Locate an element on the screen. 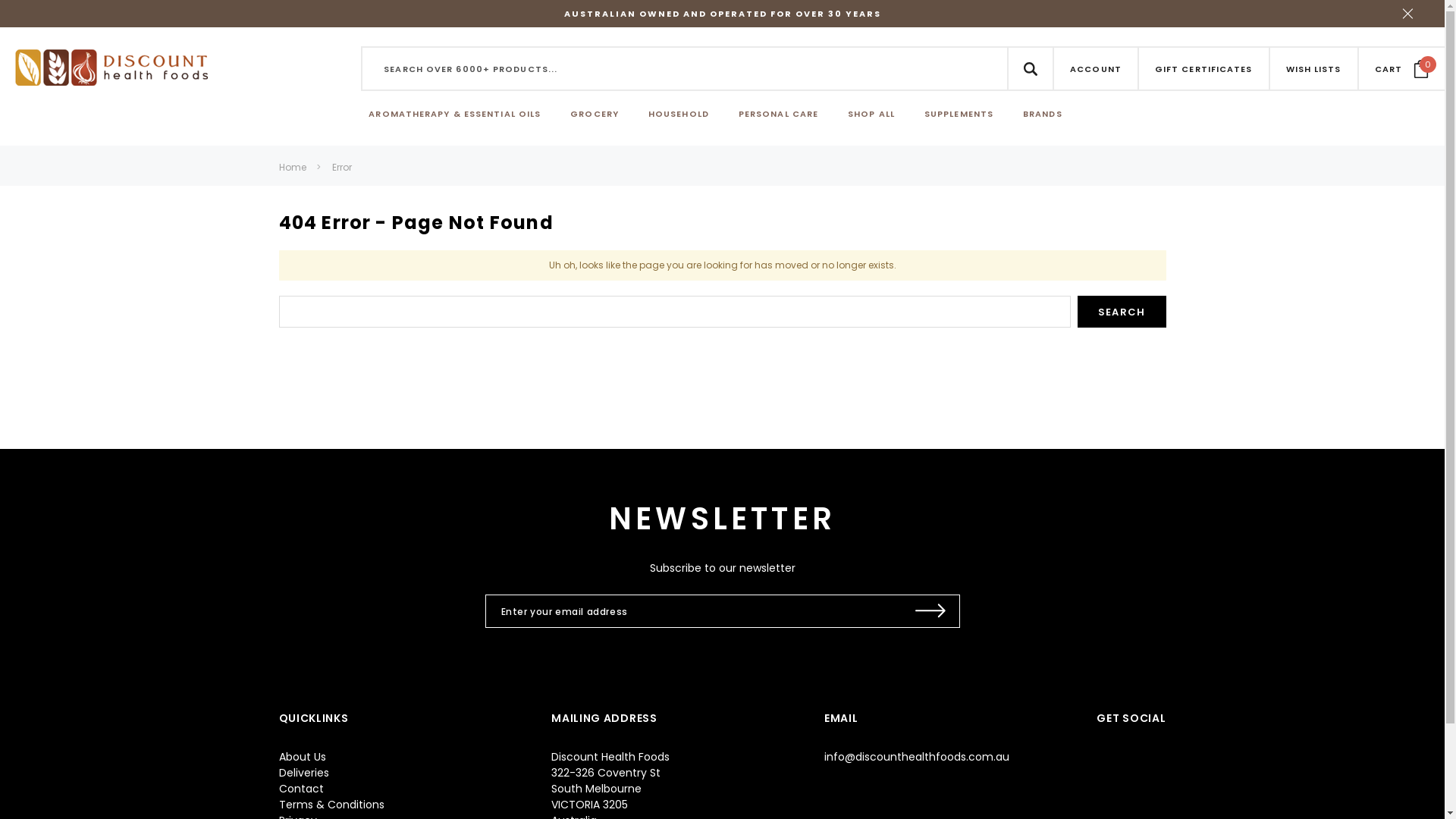 Image resolution: width=1456 pixels, height=819 pixels. 'GIFT CERTIFICATES' is located at coordinates (1203, 68).